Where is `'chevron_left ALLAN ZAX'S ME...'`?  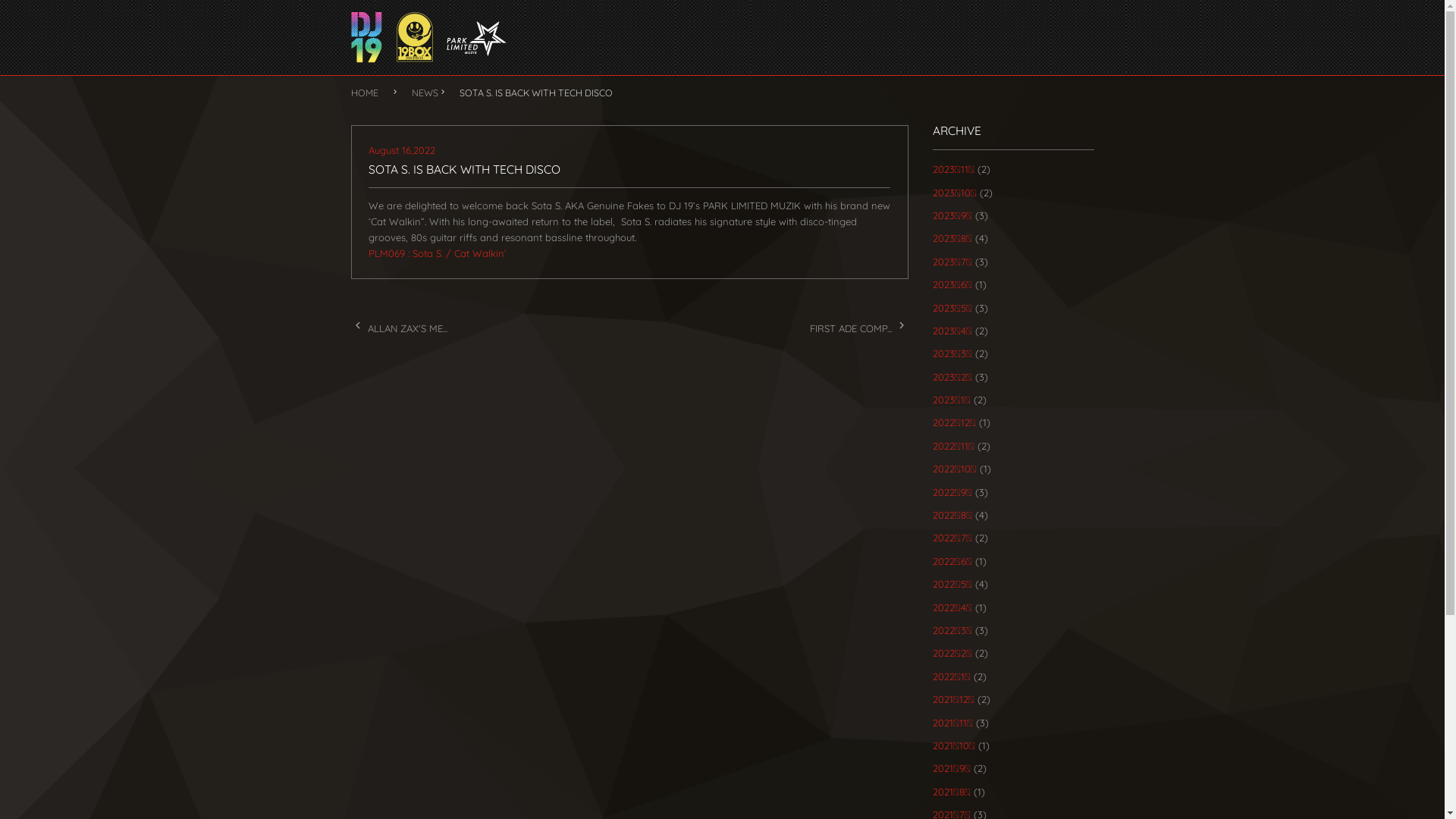 'chevron_left ALLAN ZAX'S ME...' is located at coordinates (398, 327).